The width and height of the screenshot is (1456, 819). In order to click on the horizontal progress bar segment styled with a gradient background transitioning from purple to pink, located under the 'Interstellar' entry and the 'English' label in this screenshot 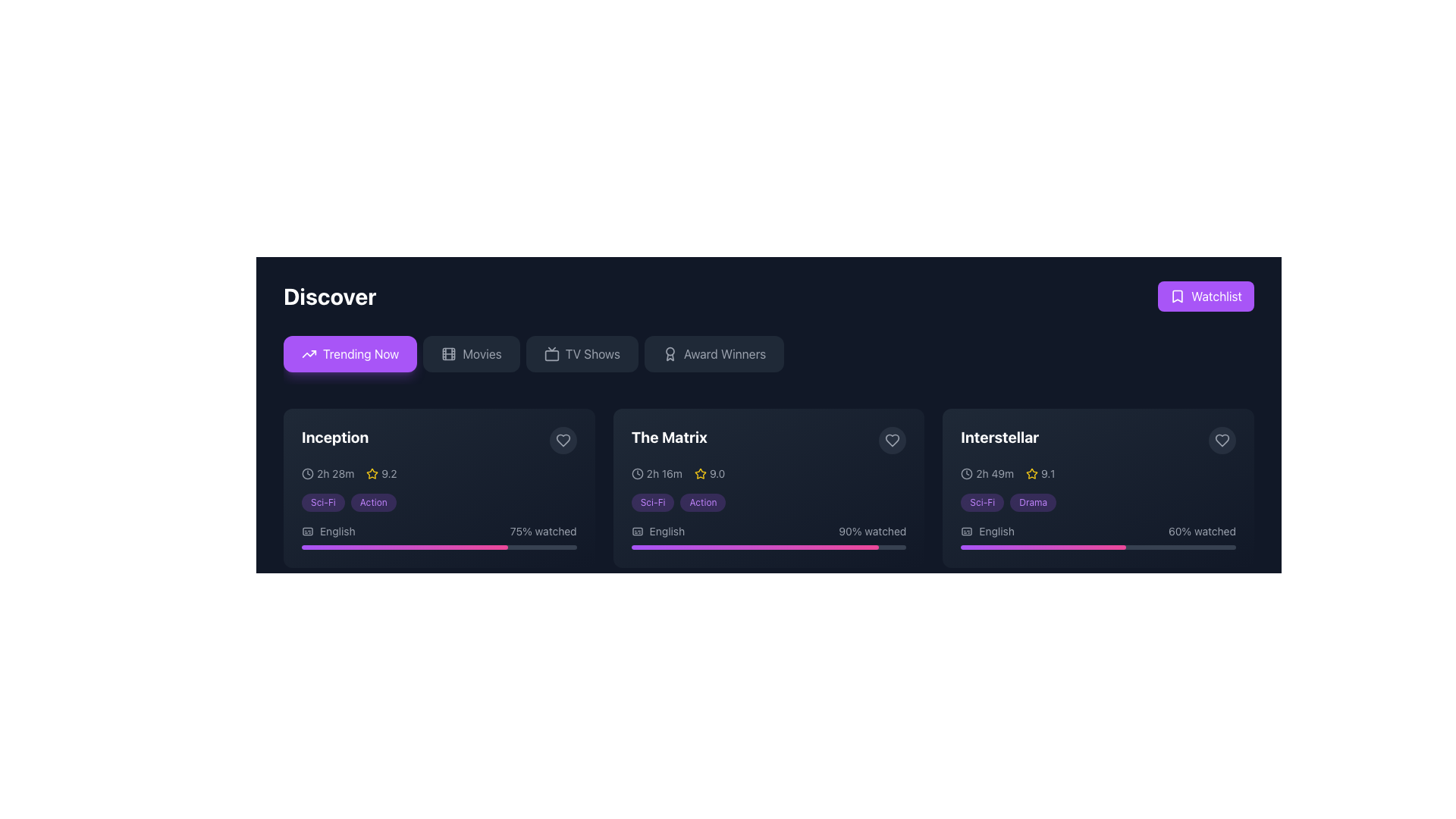, I will do `click(1043, 547)`.